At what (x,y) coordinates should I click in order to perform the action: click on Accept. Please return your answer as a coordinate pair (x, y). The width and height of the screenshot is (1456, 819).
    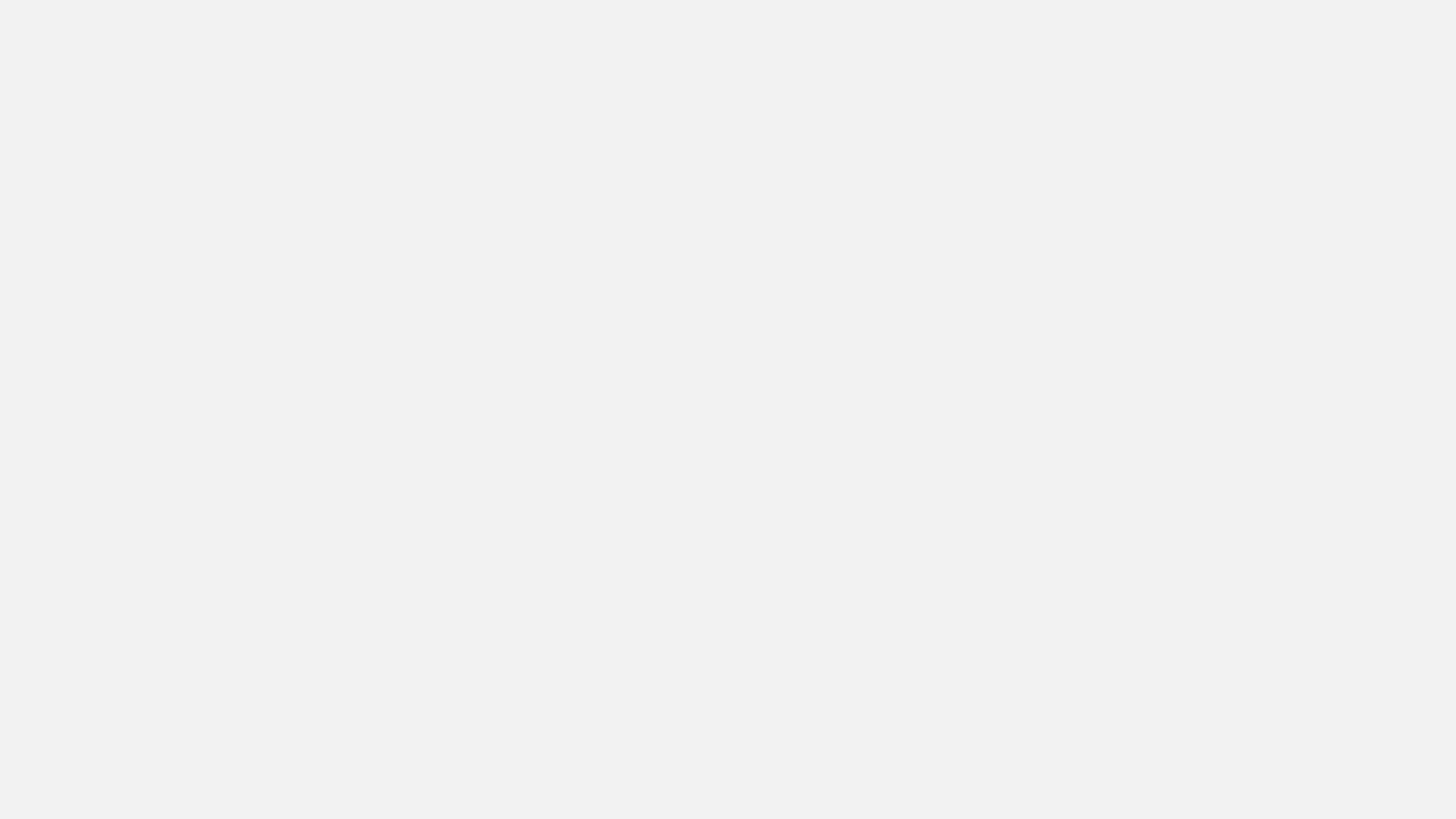
    Looking at the image, I should click on (1139, 772).